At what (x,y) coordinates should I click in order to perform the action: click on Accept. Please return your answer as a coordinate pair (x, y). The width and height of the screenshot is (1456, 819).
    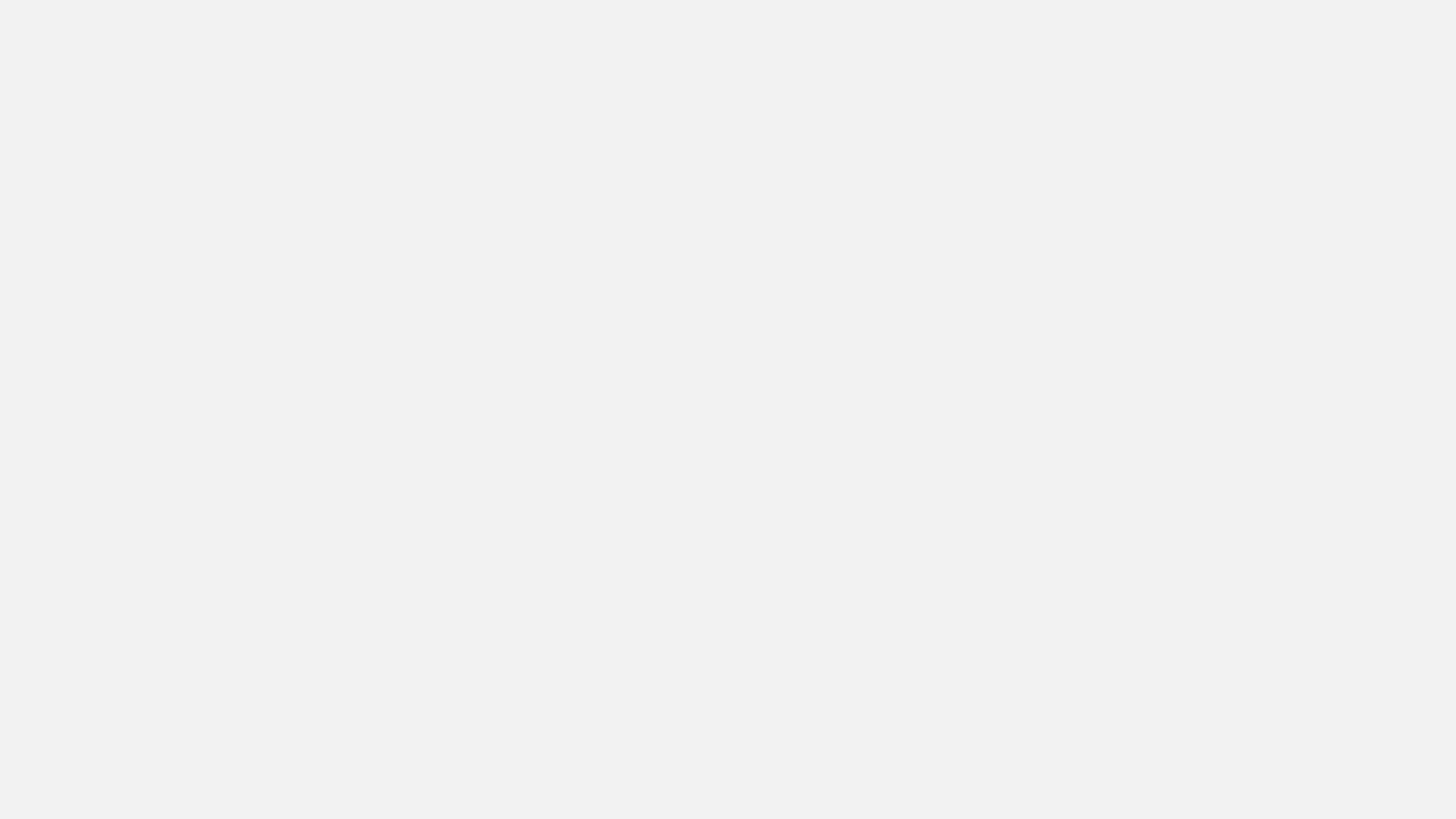
    Looking at the image, I should click on (1139, 772).